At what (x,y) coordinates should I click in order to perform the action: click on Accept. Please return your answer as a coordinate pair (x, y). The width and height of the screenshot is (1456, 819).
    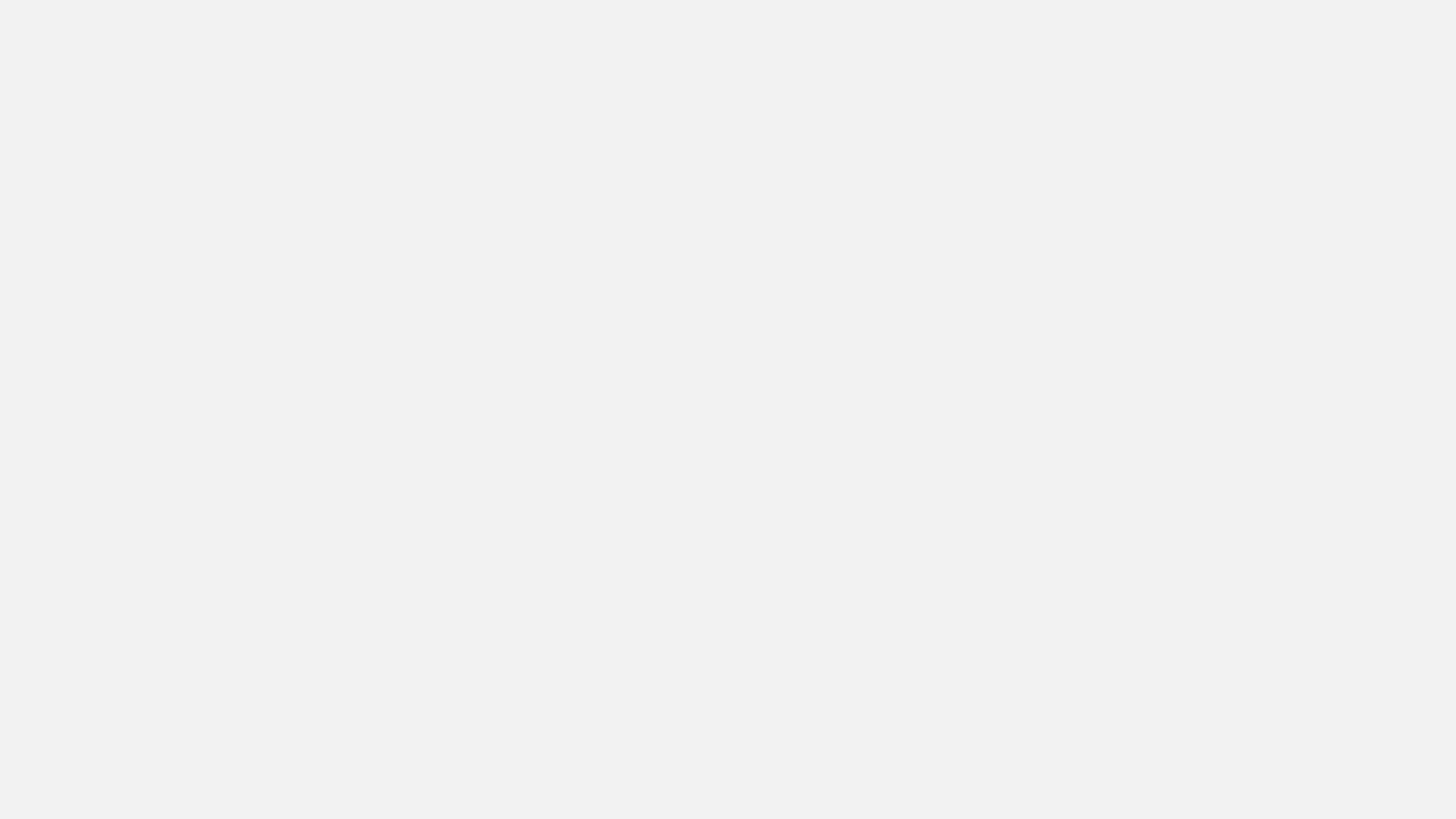
    Looking at the image, I should click on (1139, 772).